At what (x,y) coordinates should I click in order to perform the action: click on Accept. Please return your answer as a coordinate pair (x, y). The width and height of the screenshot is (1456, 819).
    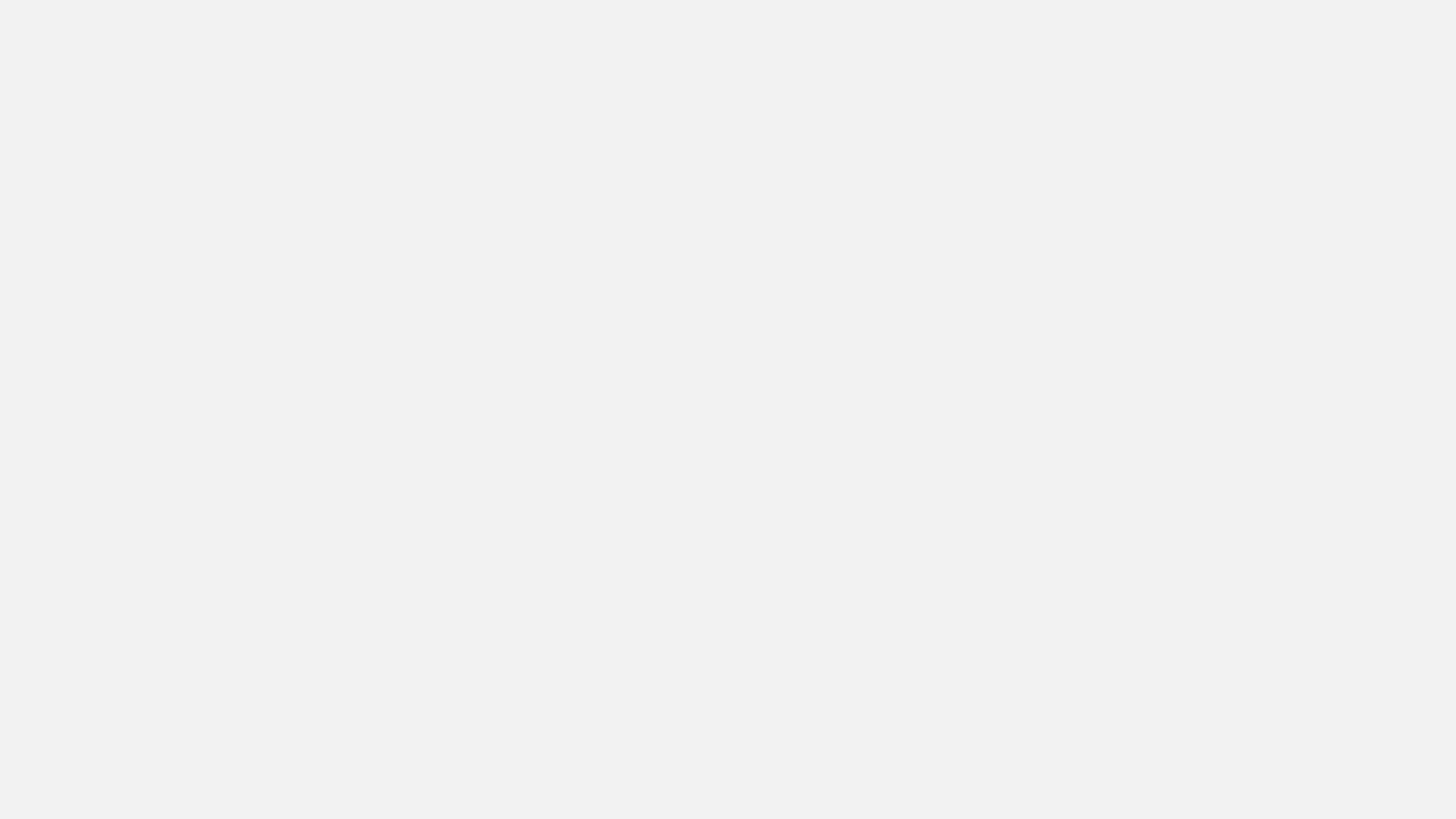
    Looking at the image, I should click on (1139, 772).